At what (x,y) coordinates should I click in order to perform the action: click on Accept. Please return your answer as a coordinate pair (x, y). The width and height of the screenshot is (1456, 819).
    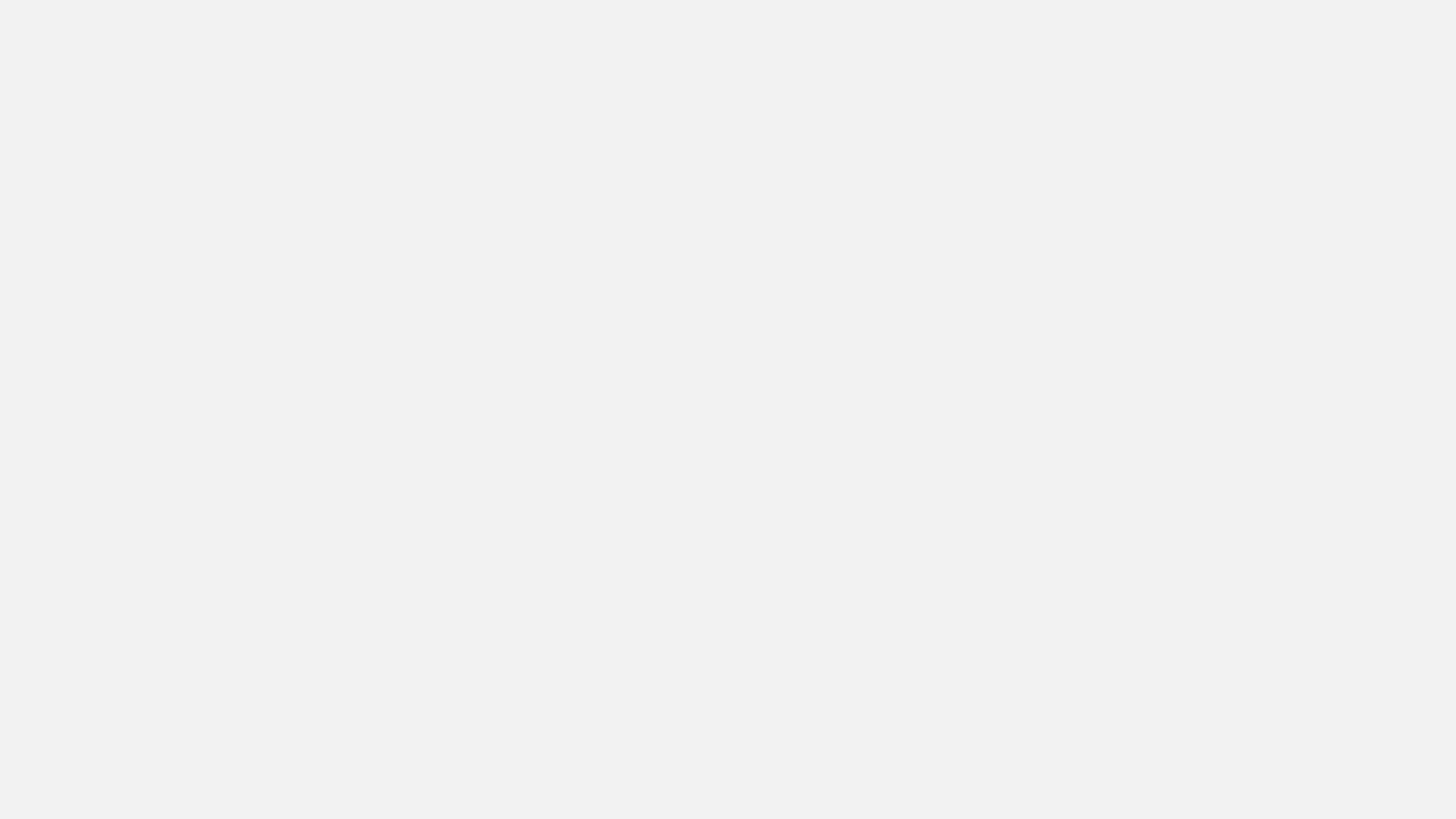
    Looking at the image, I should click on (1139, 772).